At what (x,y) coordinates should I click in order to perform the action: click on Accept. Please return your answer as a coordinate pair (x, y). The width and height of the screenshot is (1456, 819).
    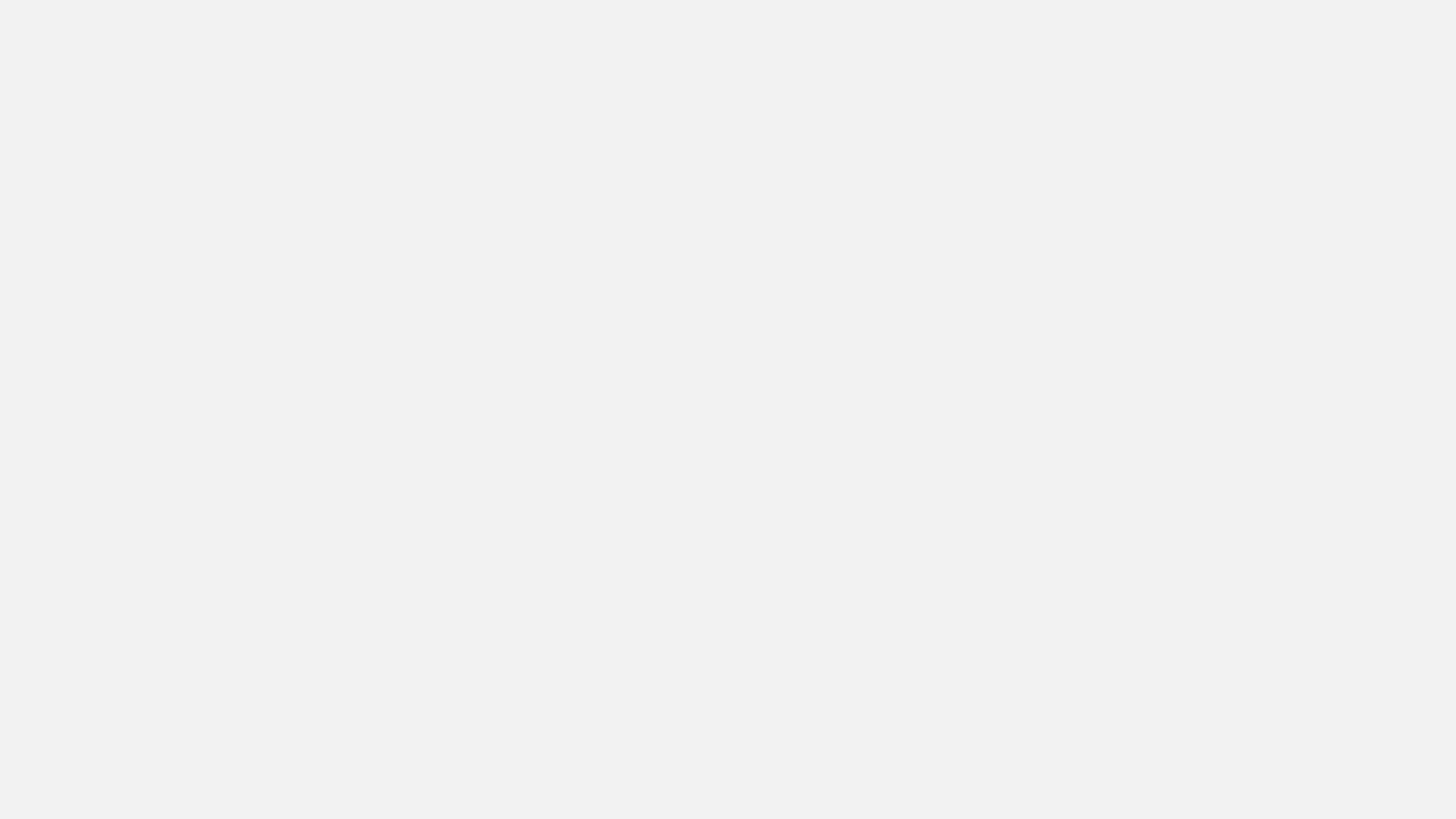
    Looking at the image, I should click on (1139, 772).